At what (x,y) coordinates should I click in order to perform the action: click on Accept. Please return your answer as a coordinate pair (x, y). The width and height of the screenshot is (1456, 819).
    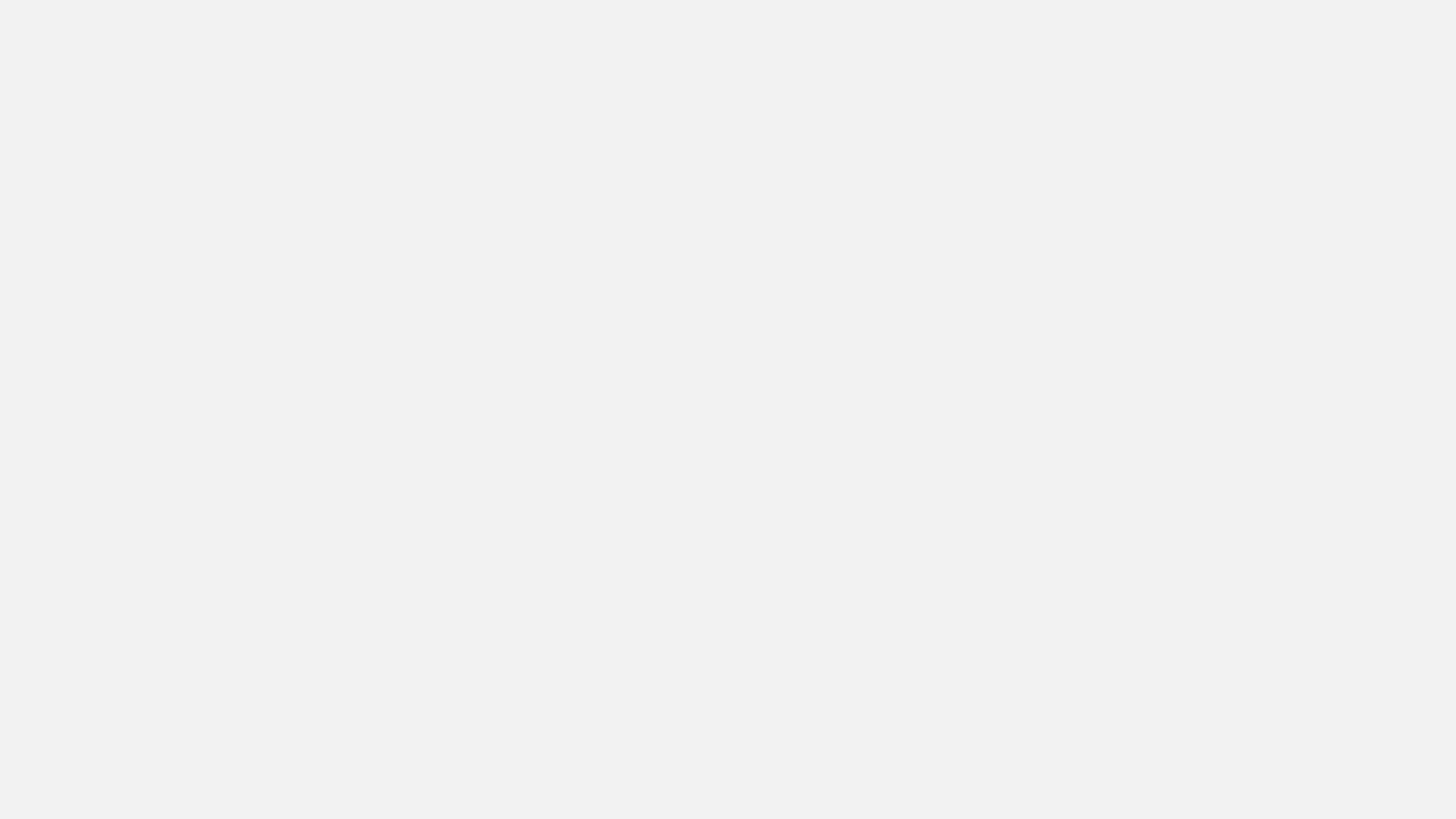
    Looking at the image, I should click on (1139, 772).